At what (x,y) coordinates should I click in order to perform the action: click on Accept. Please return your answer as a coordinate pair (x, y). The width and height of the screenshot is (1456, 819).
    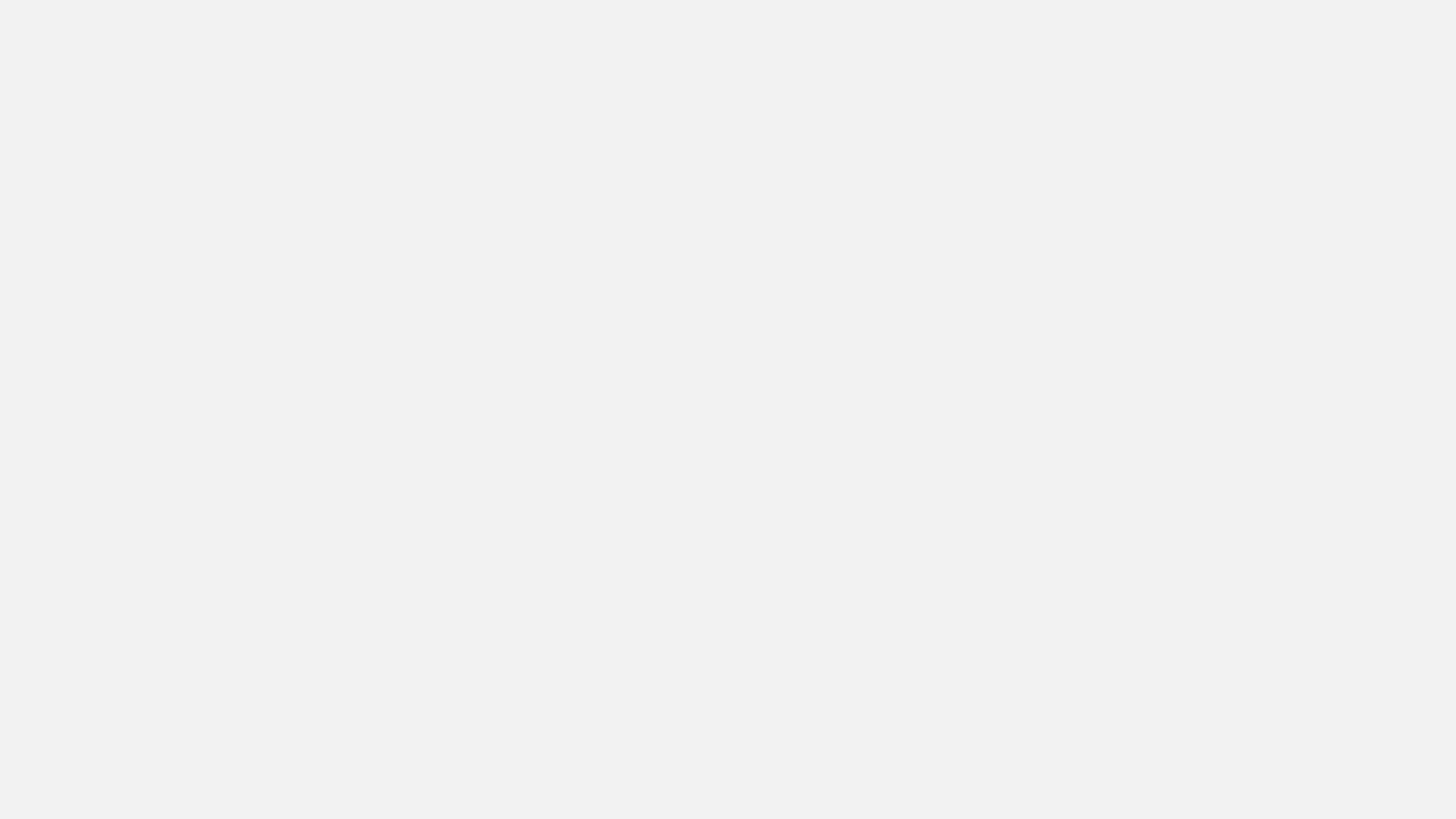
    Looking at the image, I should click on (1139, 772).